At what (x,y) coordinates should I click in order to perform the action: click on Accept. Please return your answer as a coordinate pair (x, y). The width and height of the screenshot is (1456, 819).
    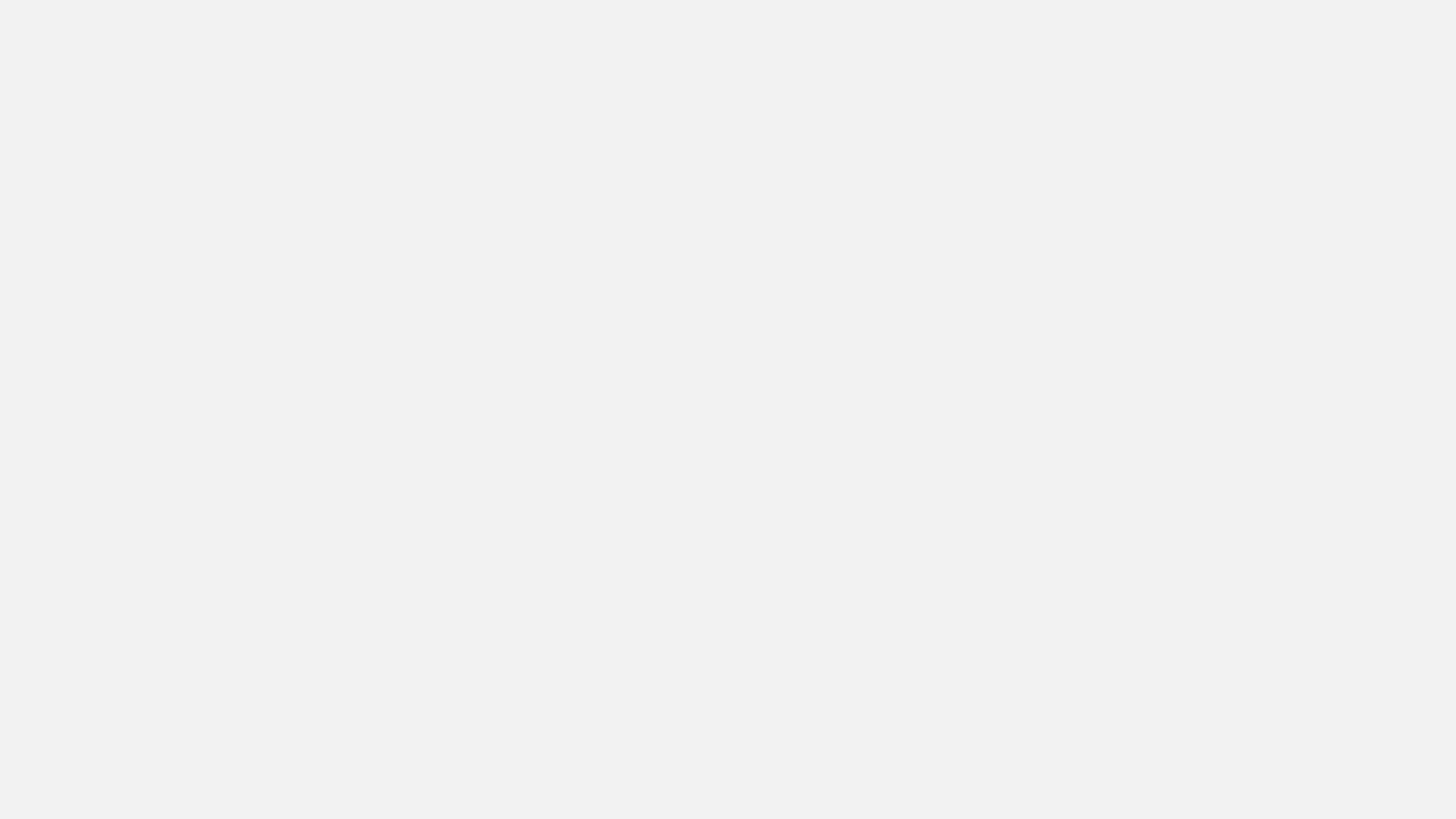
    Looking at the image, I should click on (1139, 772).